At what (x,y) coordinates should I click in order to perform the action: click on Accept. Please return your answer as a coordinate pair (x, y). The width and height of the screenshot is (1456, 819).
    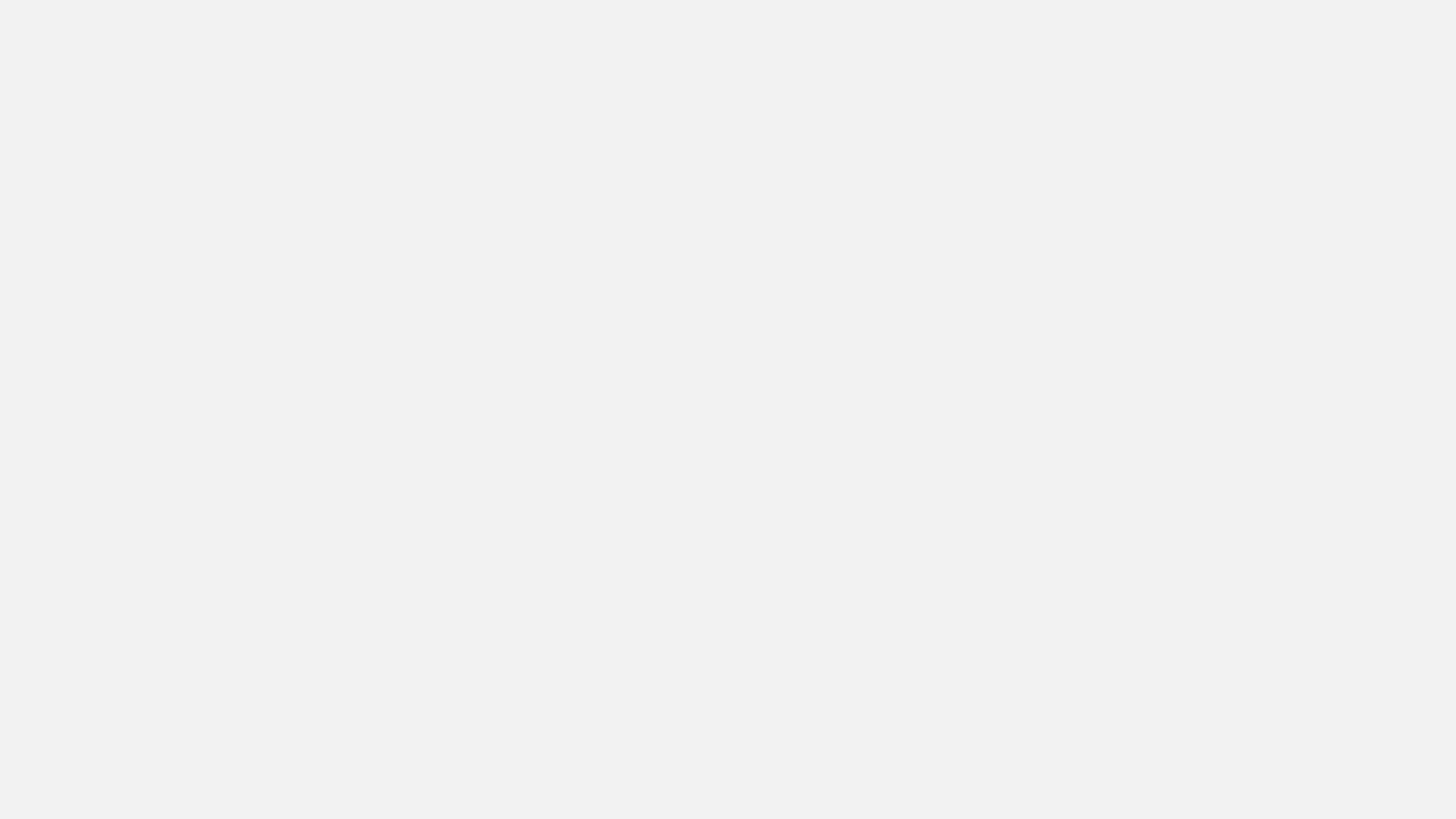
    Looking at the image, I should click on (1139, 772).